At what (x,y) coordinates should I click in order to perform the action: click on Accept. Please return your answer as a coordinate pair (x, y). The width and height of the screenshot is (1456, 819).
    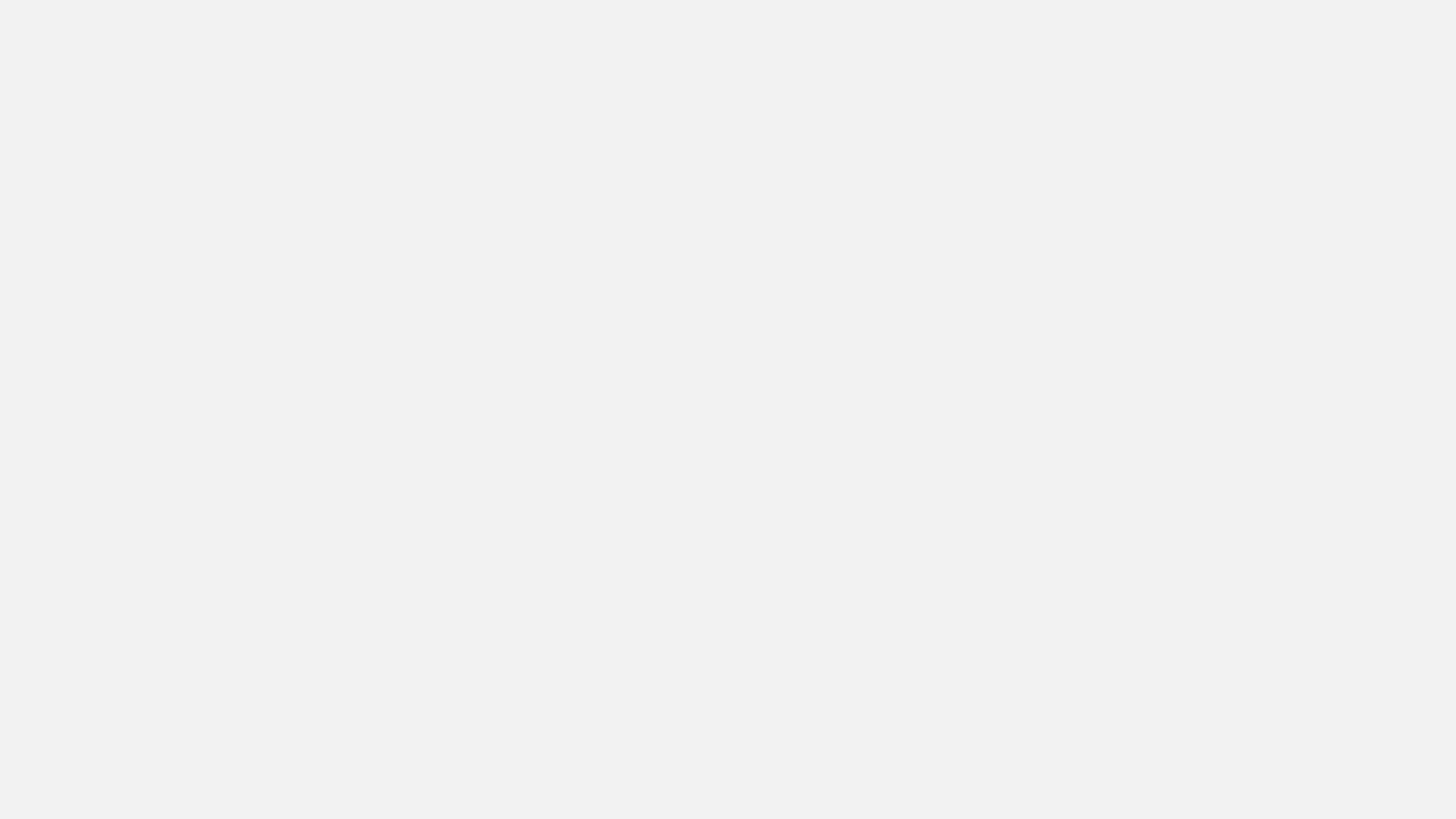
    Looking at the image, I should click on (1139, 772).